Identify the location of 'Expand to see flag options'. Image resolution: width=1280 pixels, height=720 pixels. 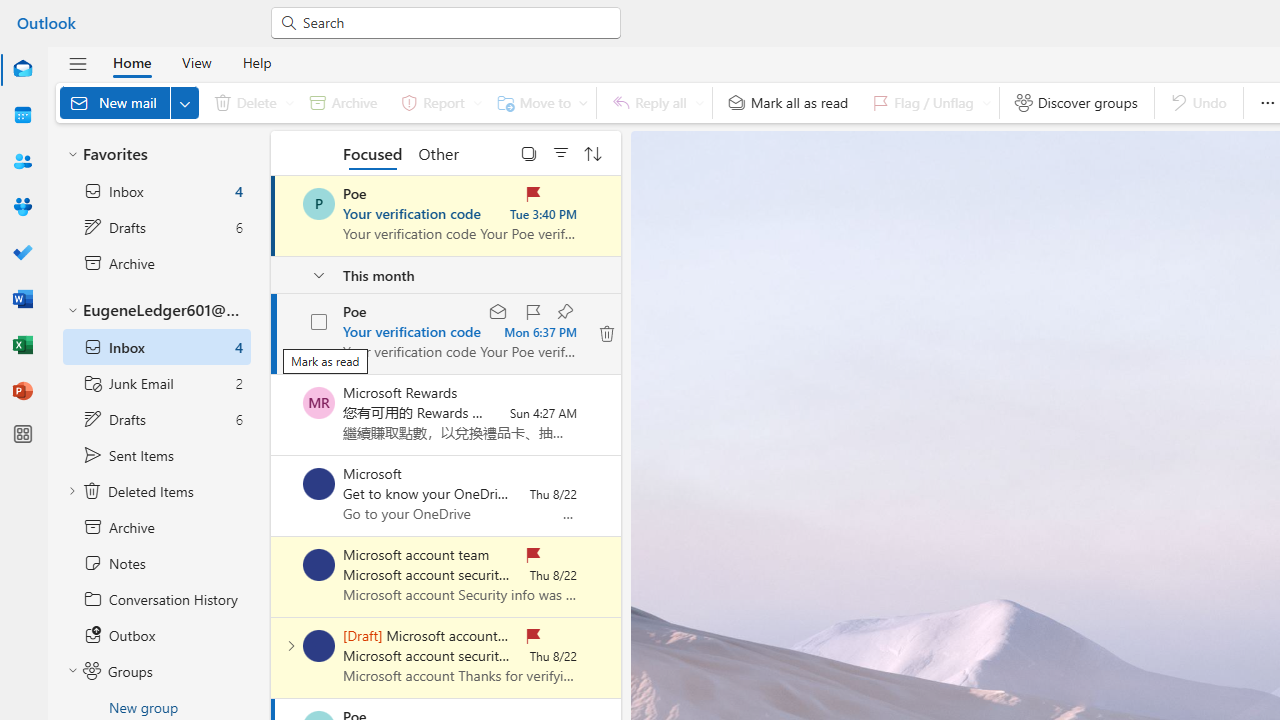
(986, 102).